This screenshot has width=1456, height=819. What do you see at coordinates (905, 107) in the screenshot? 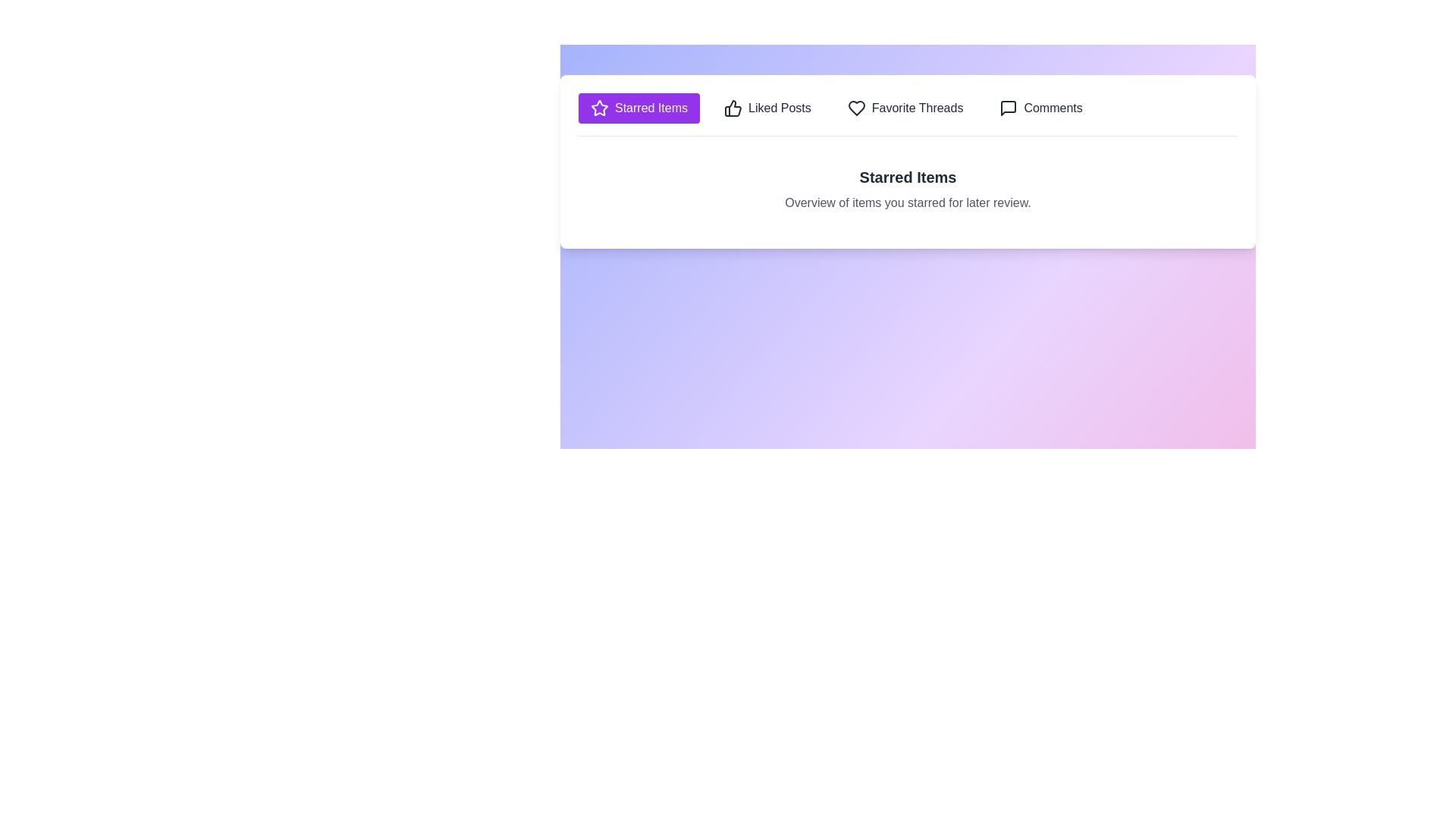
I see `the tab labeled Favorite Threads` at bounding box center [905, 107].